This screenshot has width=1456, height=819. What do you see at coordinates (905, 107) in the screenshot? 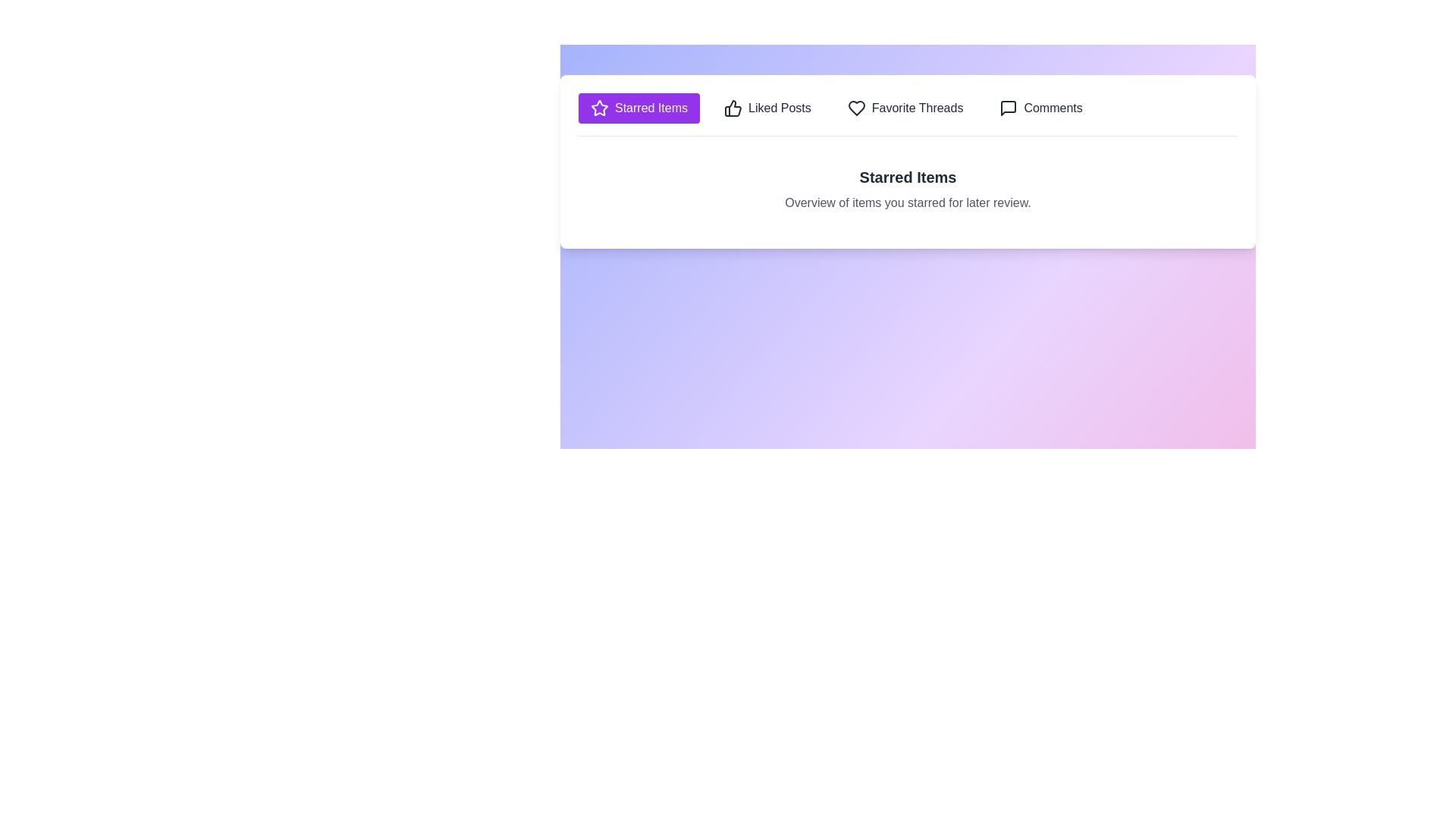
I see `the tab labeled Favorite Threads` at bounding box center [905, 107].